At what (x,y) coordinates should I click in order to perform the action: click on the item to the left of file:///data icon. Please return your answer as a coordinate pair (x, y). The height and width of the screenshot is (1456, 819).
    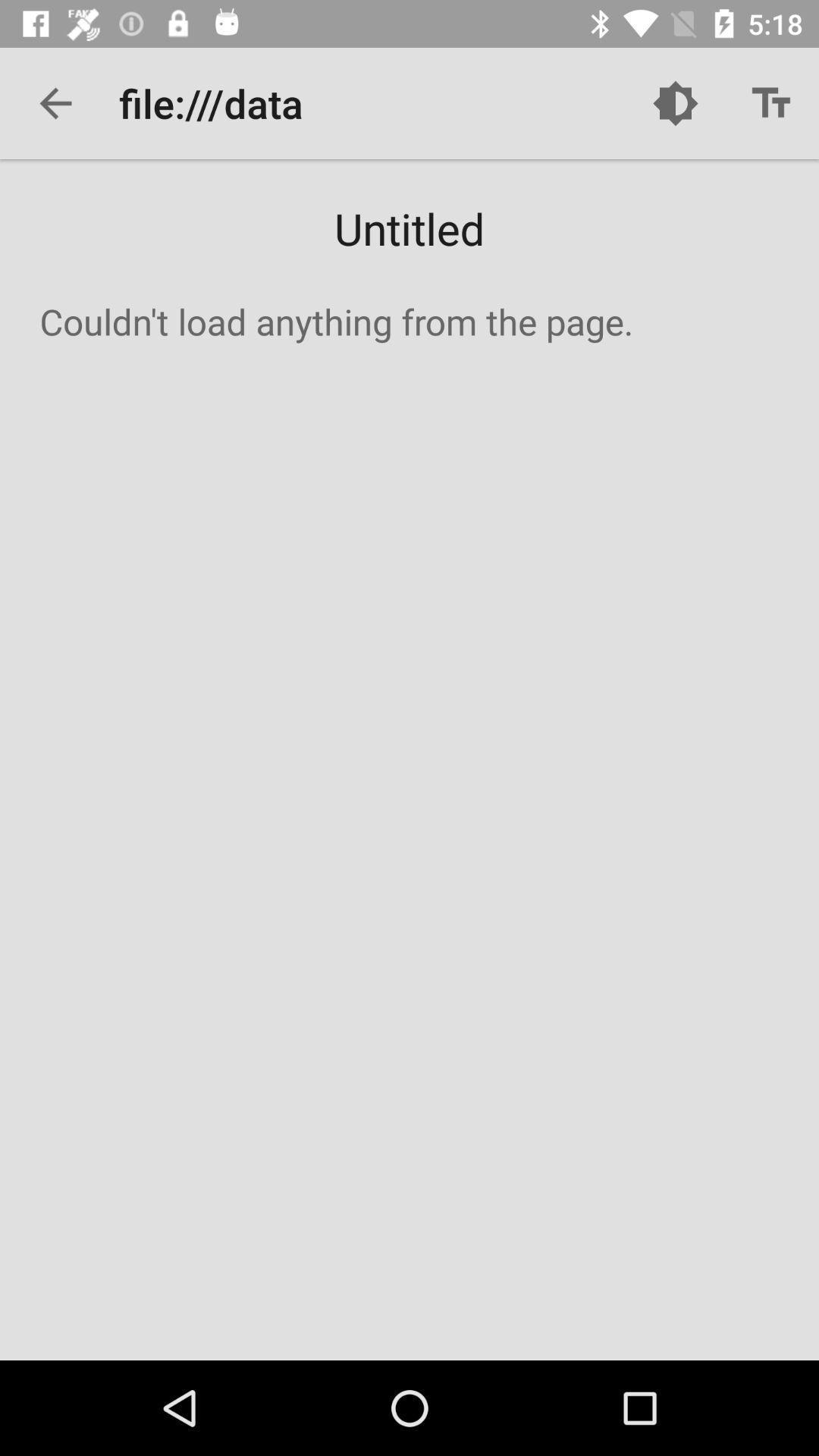
    Looking at the image, I should click on (55, 102).